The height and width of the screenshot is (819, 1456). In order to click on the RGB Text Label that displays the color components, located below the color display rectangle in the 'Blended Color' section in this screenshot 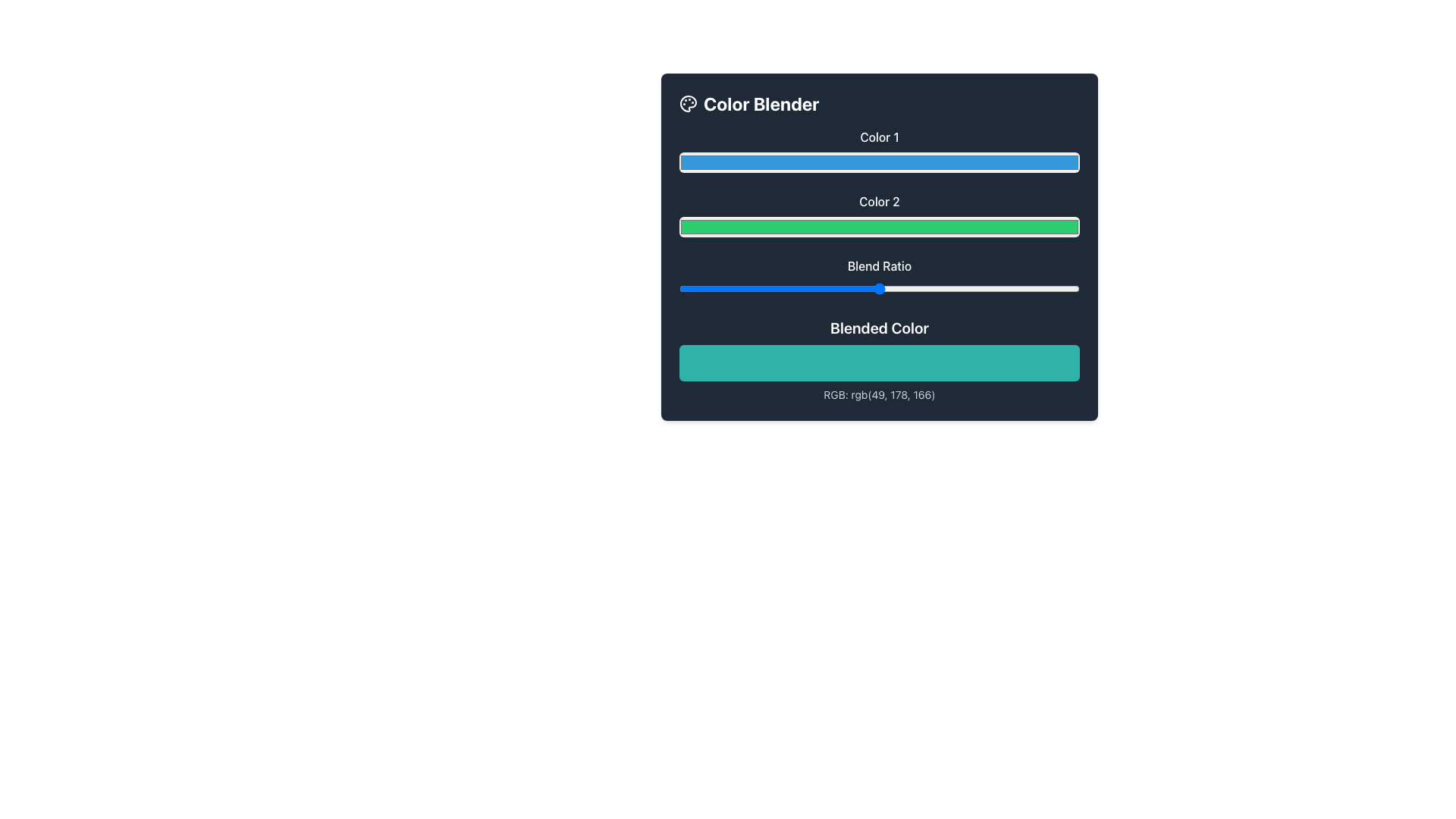, I will do `click(880, 394)`.